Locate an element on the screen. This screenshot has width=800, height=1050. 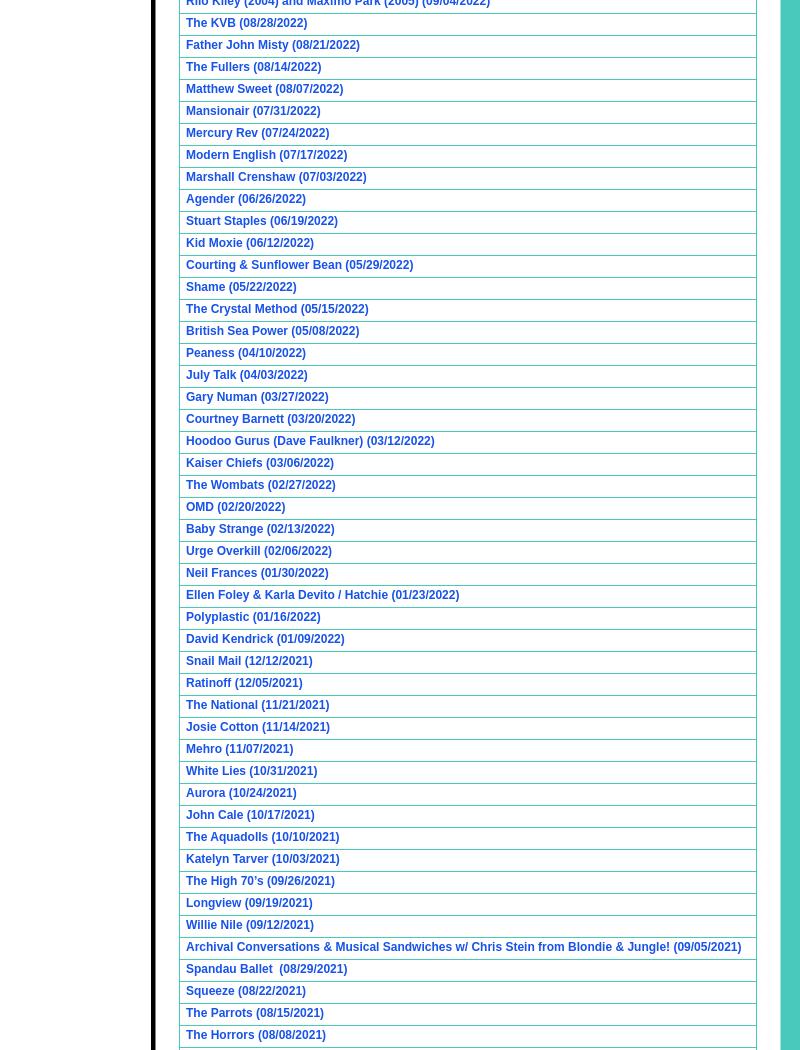
'Courting & Sunflower Bean (05/29/2022)' is located at coordinates (299, 264).